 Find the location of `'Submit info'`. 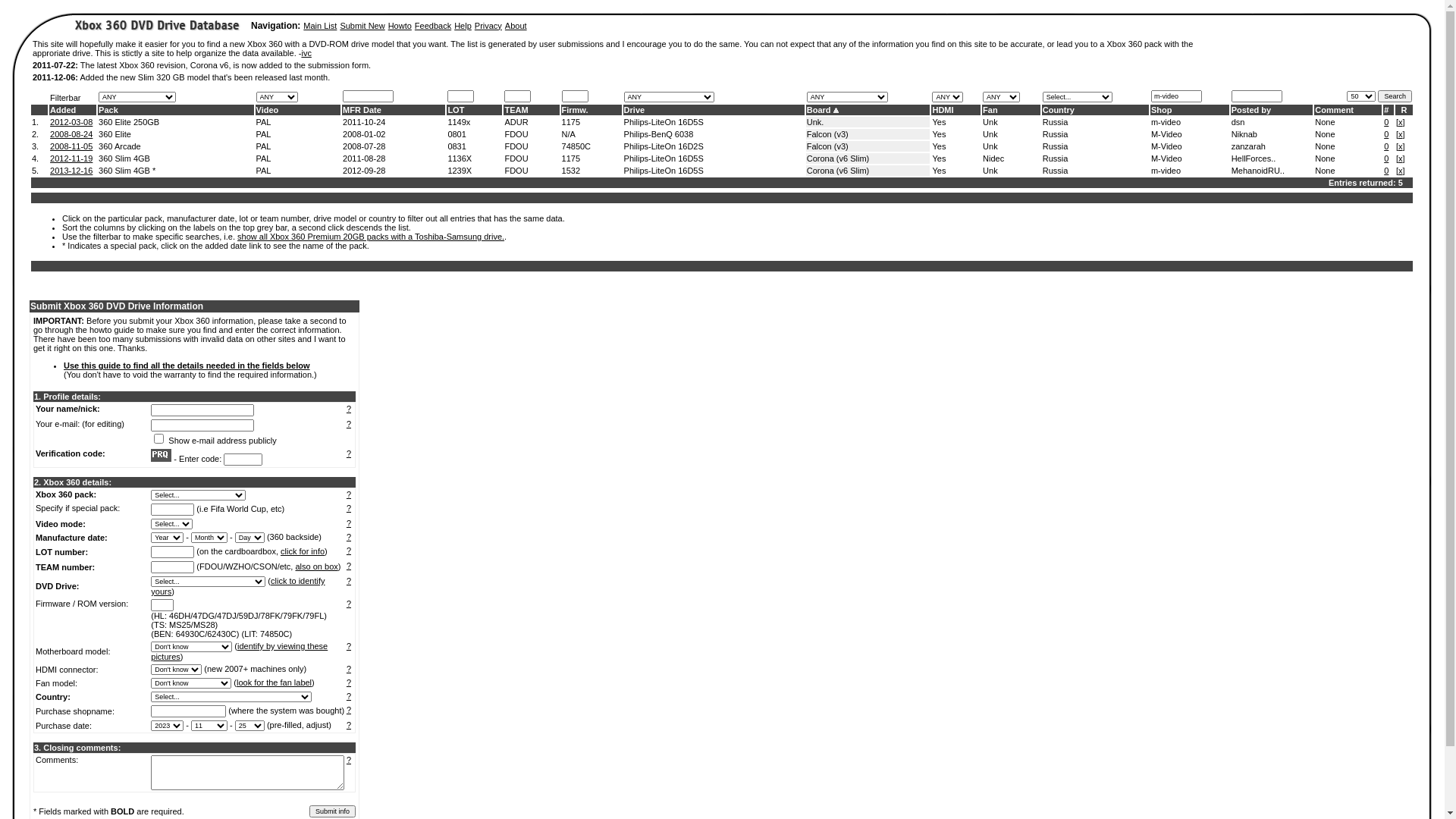

'Submit info' is located at coordinates (331, 810).